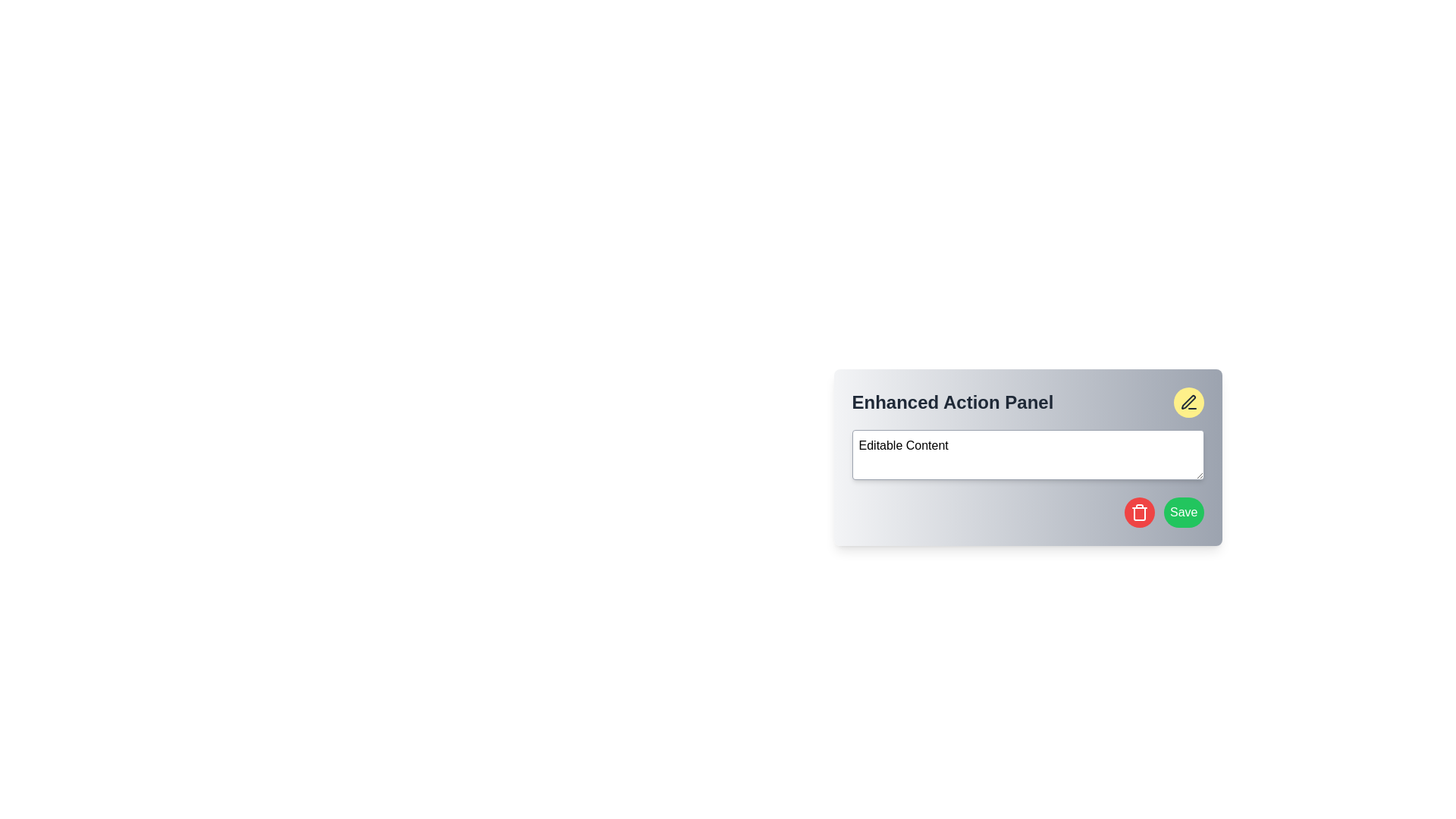  What do you see at coordinates (1183, 512) in the screenshot?
I see `the 'Save' button located at the far-right end of the action button row in the bottom-right corner of the modal interface` at bounding box center [1183, 512].